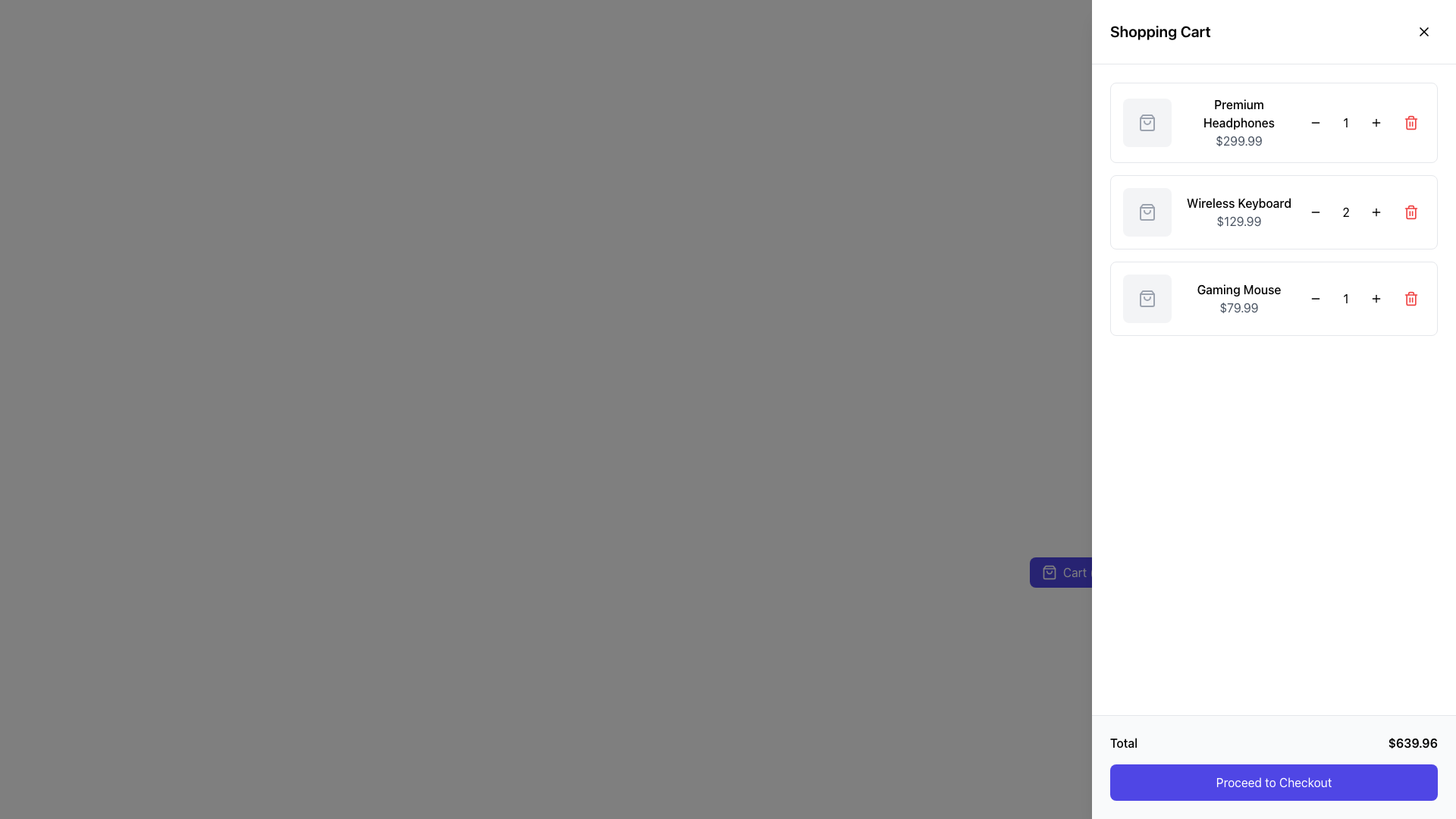 The width and height of the screenshot is (1456, 819). What do you see at coordinates (1376, 298) in the screenshot?
I see `the small square button featuring a plus icon (+) in the center, located in the shopping cart interface next to the quantity display of 'Gaming Mouse' in the third row` at bounding box center [1376, 298].